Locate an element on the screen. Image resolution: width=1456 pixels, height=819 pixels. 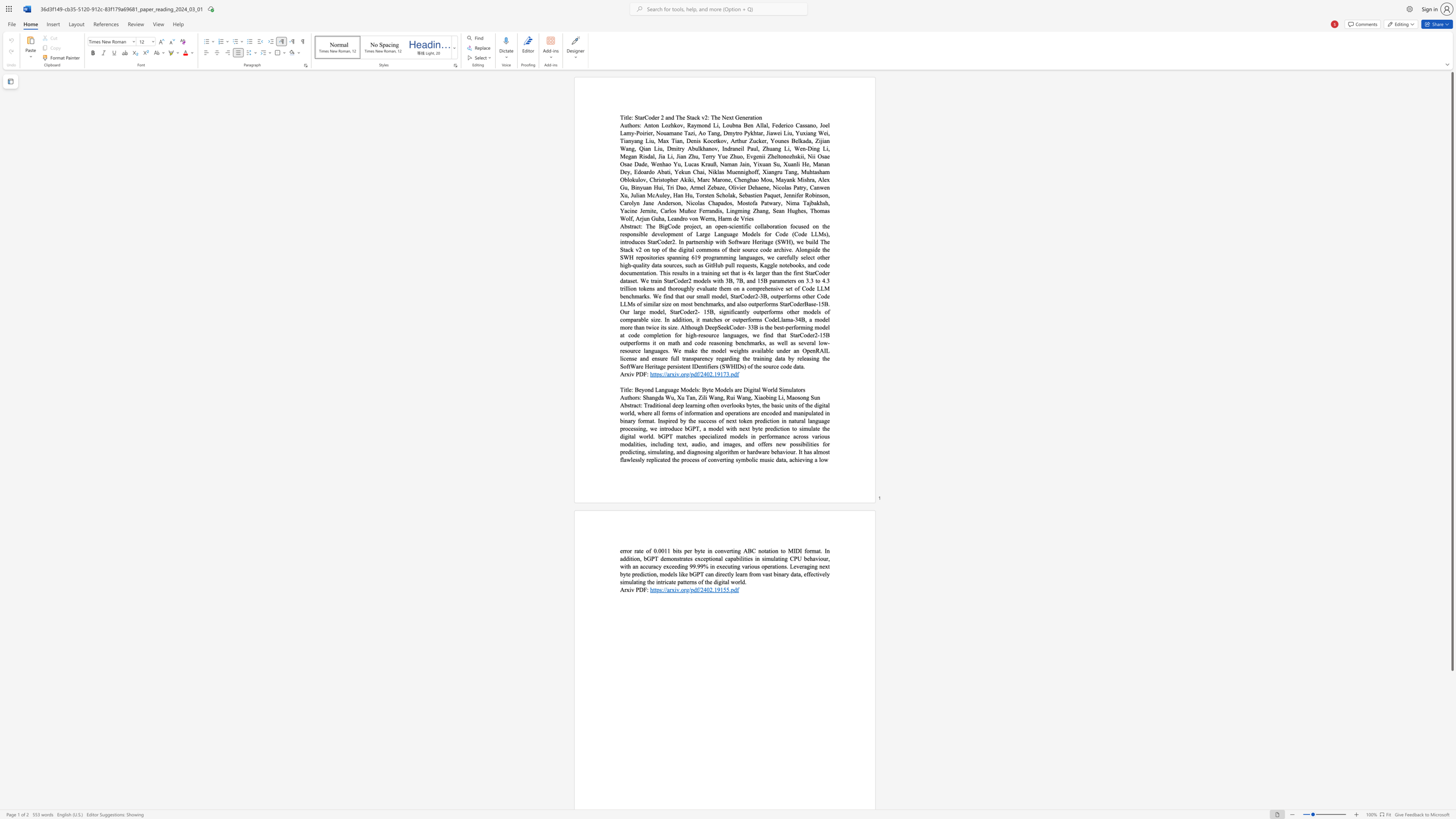
the subset text "o, Evgenii Zheltonozhskii, Nii Osae Osae Dade, Wenhao Yu, Lucas Krauß, Naman Jain, Yixuan Su, Xuanli He, Manan Dey, Edoardo Abati, Yekun Chai, Niklas Muennighoff, Xiangru Tang, Muhtasham Oblokulov, Christopher Akiki, Marc Marone, Chenghao Mou, Mayank Mishra, Alex Gu, Binyuan Hui, Tri Dao, Armel Zebaze, Olivier Deh" within the text "Anton Lozhkov, Raymond Li, Loubna Ben Allal, Federico Cassano, Joel Lamy-Poirier, Nouamane Tazi, Ao Tang, Dmytro Pykhtar, Jiawei Liu, Yuxiang Wei, Tianyang Liu, Max Tian, Denis Kocetkov, Arthur Zucker, Younes Belkada, Zijian Wang, Qian Liu, Dmitry Abulkhanov, Indraneil Paul, Zhuang Li, Wen-Ding Li, Megan Risdal, Jia Li, Jian Zhu, Terry Yue Zhuo, Evgenii Zheltonozhskii, Nii Osae Osae Dade, Wenhao Yu, Lucas Krauß, Naman Jain, Yixuan Su, Xuanli He, Manan Dey, Edoardo Abati, Yekun Chai, Niklas Muennighoff, Xiangru Tang, Muhtasham Oblokulov, Christopher Akiki, Marc Marone, Chenghao Mou, Mayank Mishra, Alex Gu, Binyuan Hui, Tri Dao, Armel Zebaze, Olivier Dehaene, Nicolas Patry, Canwen Xu, Julian McAuley, Han Hu, Torsten Scholak, Sebastien Paquet, Jennifer Robinson, Carolyn Jane Anderson, Nicolas Chapados, Mostofa Patwary, Nima Tajbakhsh, Yacine Jernite, Carlos Muñoz Ferrandis, Lingming Zhang, Sean Hughes, Thomas Wolf, Arjun Guha, Leandro von Werra, Harm de Vries" is located at coordinates (739, 155).